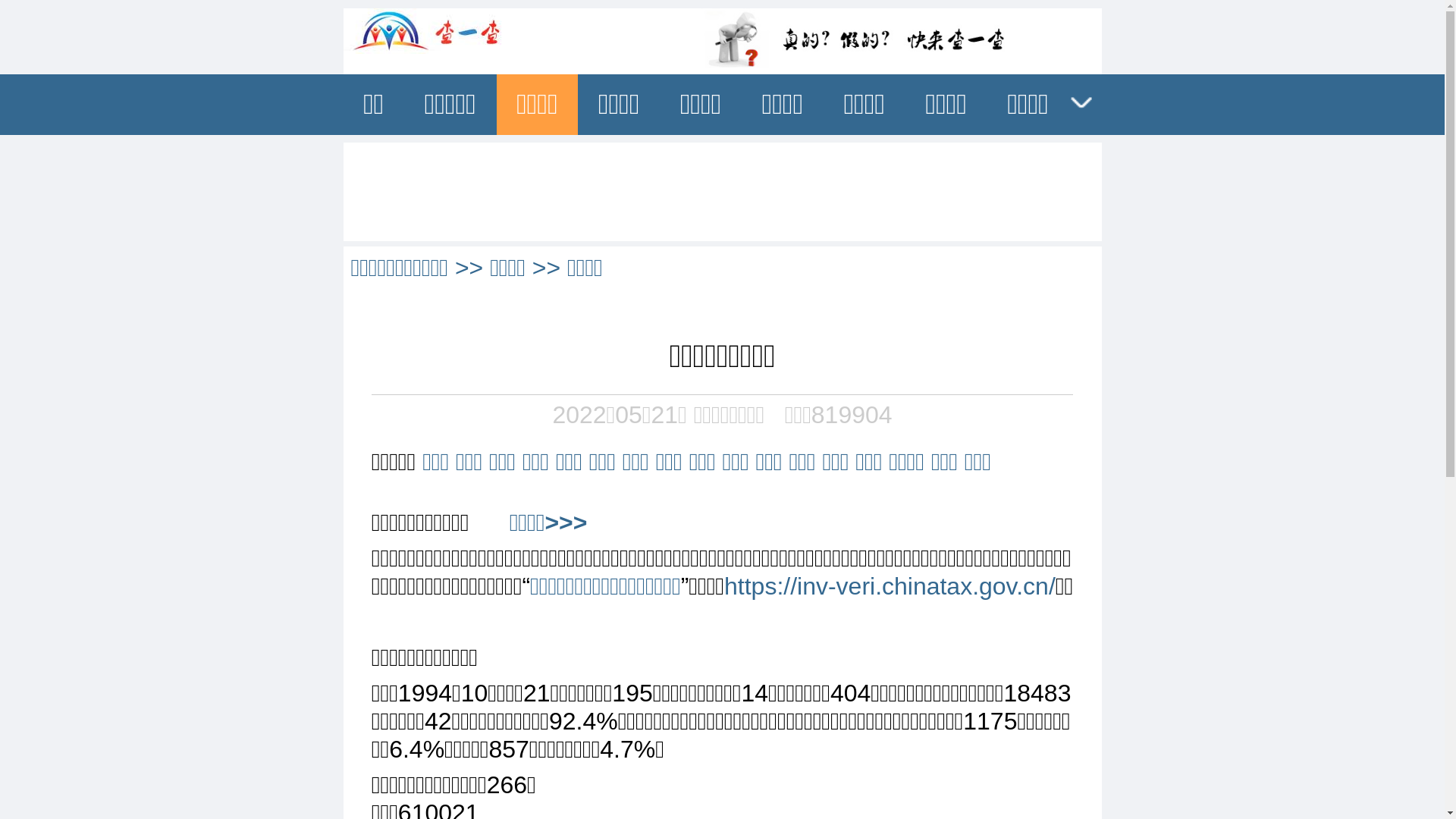 The image size is (1456, 819). I want to click on 'https://inv-veri.chinatax.gov.cn/', so click(890, 585).